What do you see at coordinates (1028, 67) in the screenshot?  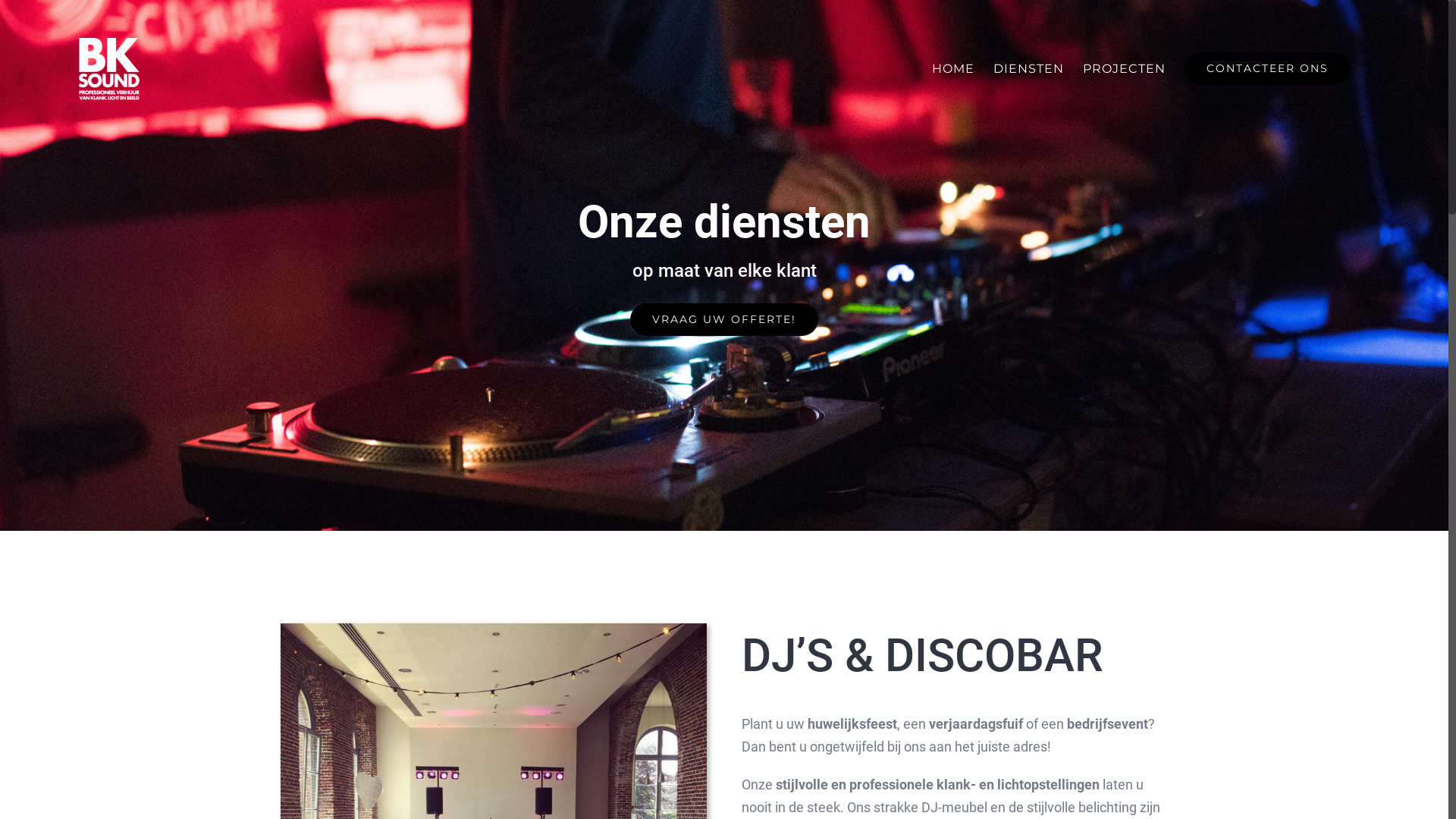 I see `'DIENSTEN'` at bounding box center [1028, 67].